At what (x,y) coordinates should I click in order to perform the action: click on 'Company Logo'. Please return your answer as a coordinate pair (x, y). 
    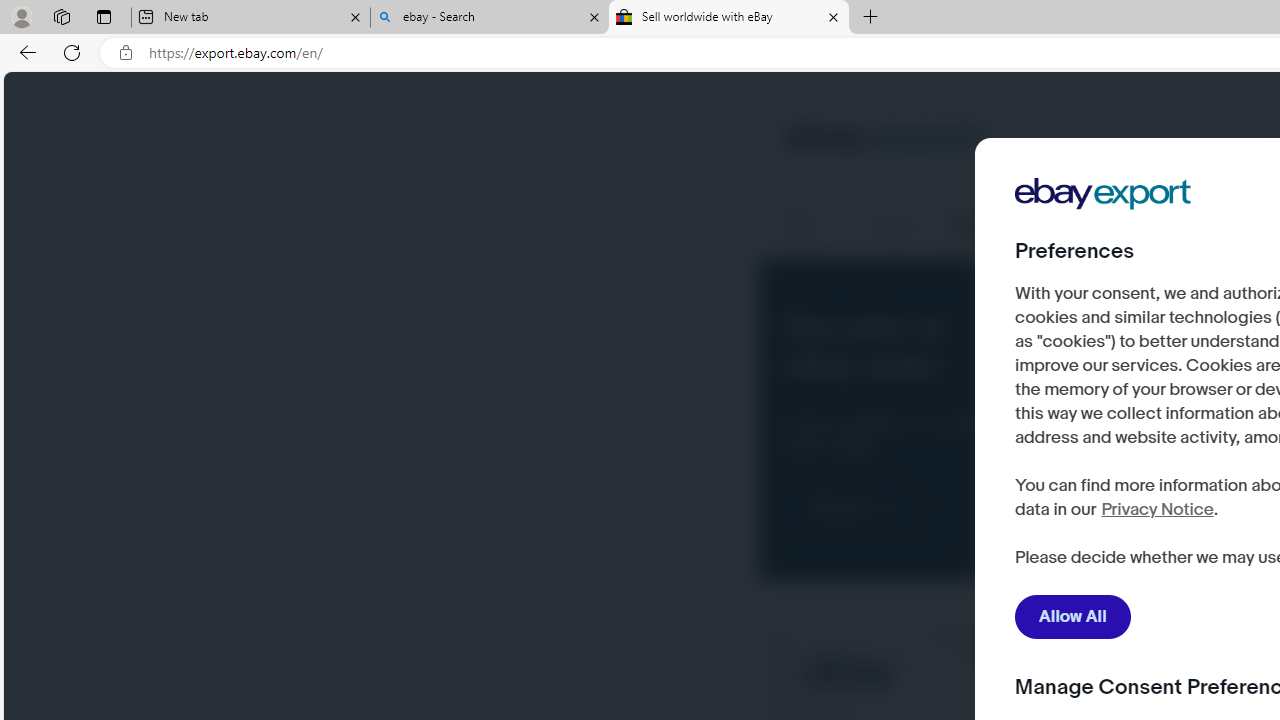
    Looking at the image, I should click on (1102, 194).